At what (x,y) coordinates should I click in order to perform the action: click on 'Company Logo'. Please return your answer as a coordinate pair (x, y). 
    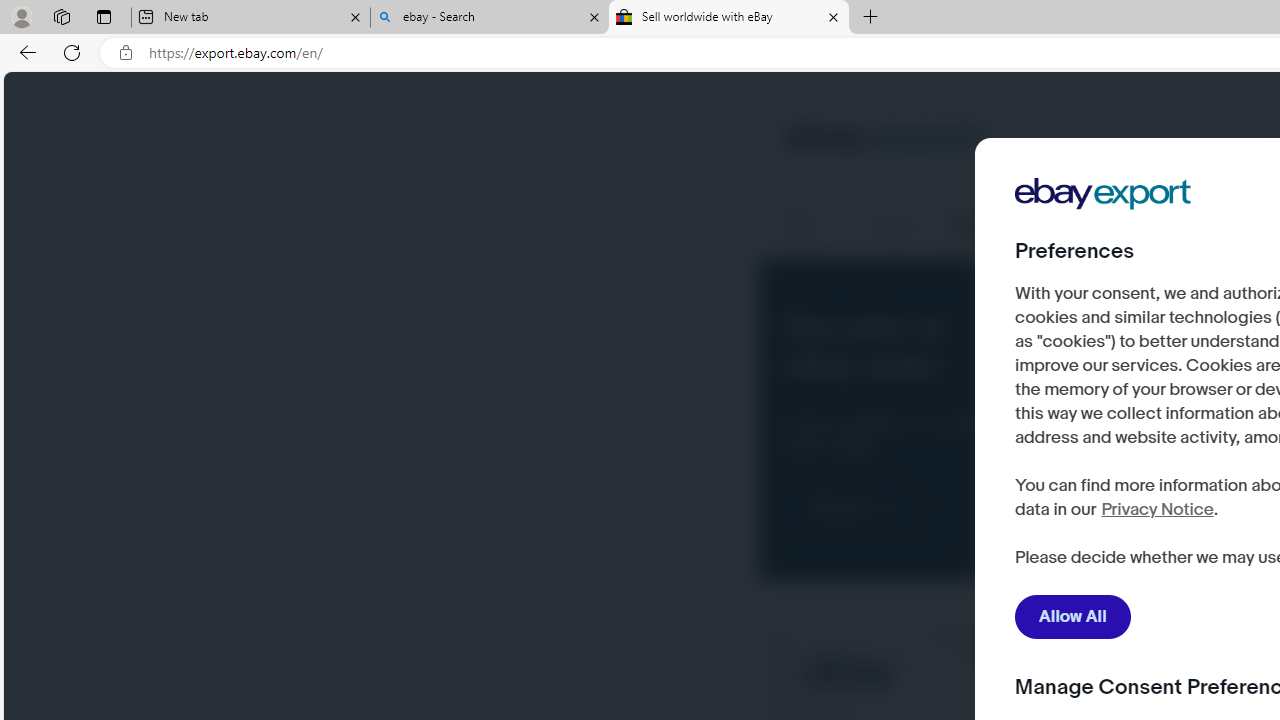
    Looking at the image, I should click on (1102, 194).